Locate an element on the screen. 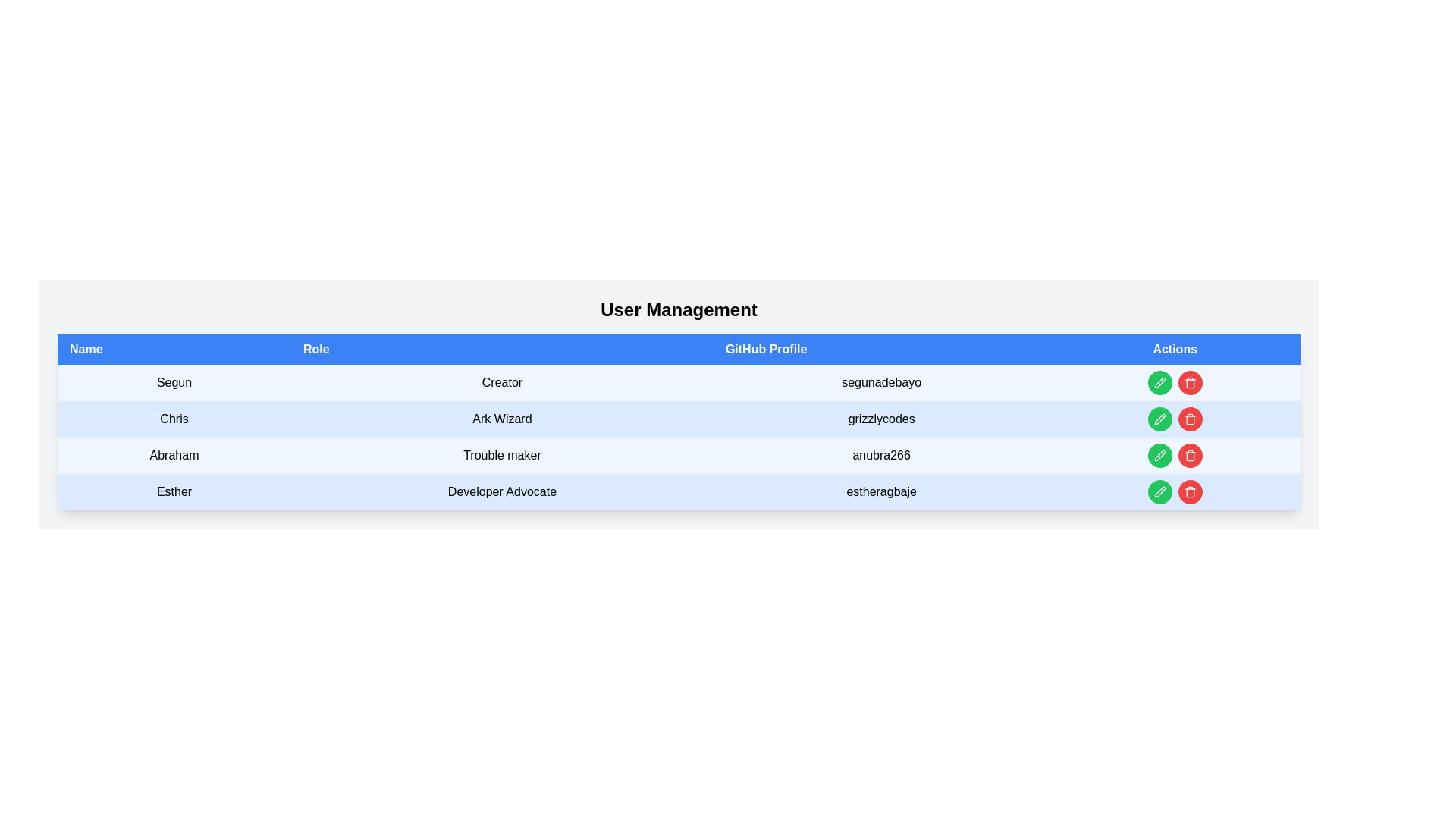 The image size is (1456, 819). the text label displaying a name in the first cell of the second row under the 'Name' header for selection is located at coordinates (174, 419).